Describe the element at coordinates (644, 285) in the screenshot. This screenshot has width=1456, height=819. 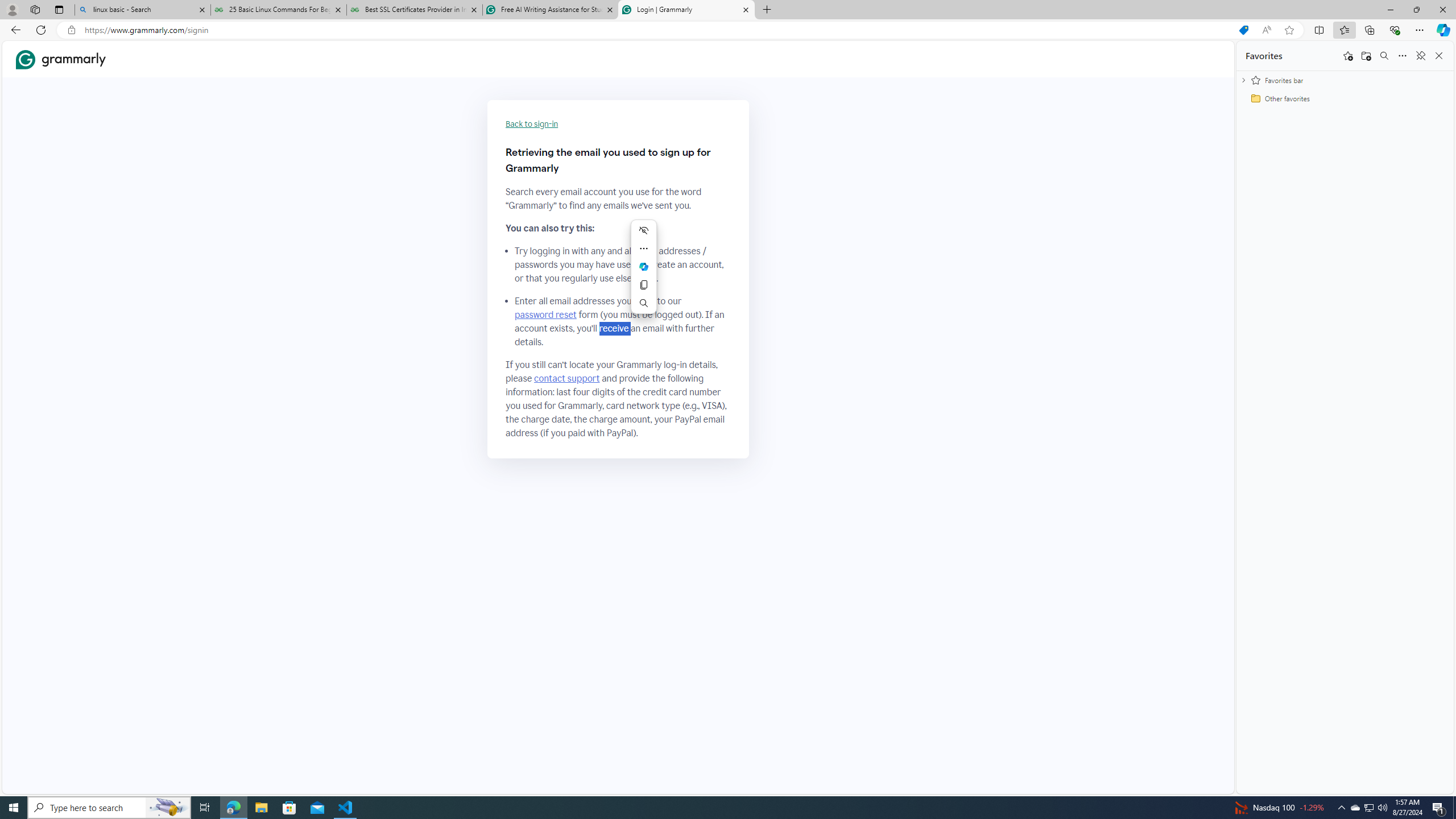
I see `'Copy'` at that location.